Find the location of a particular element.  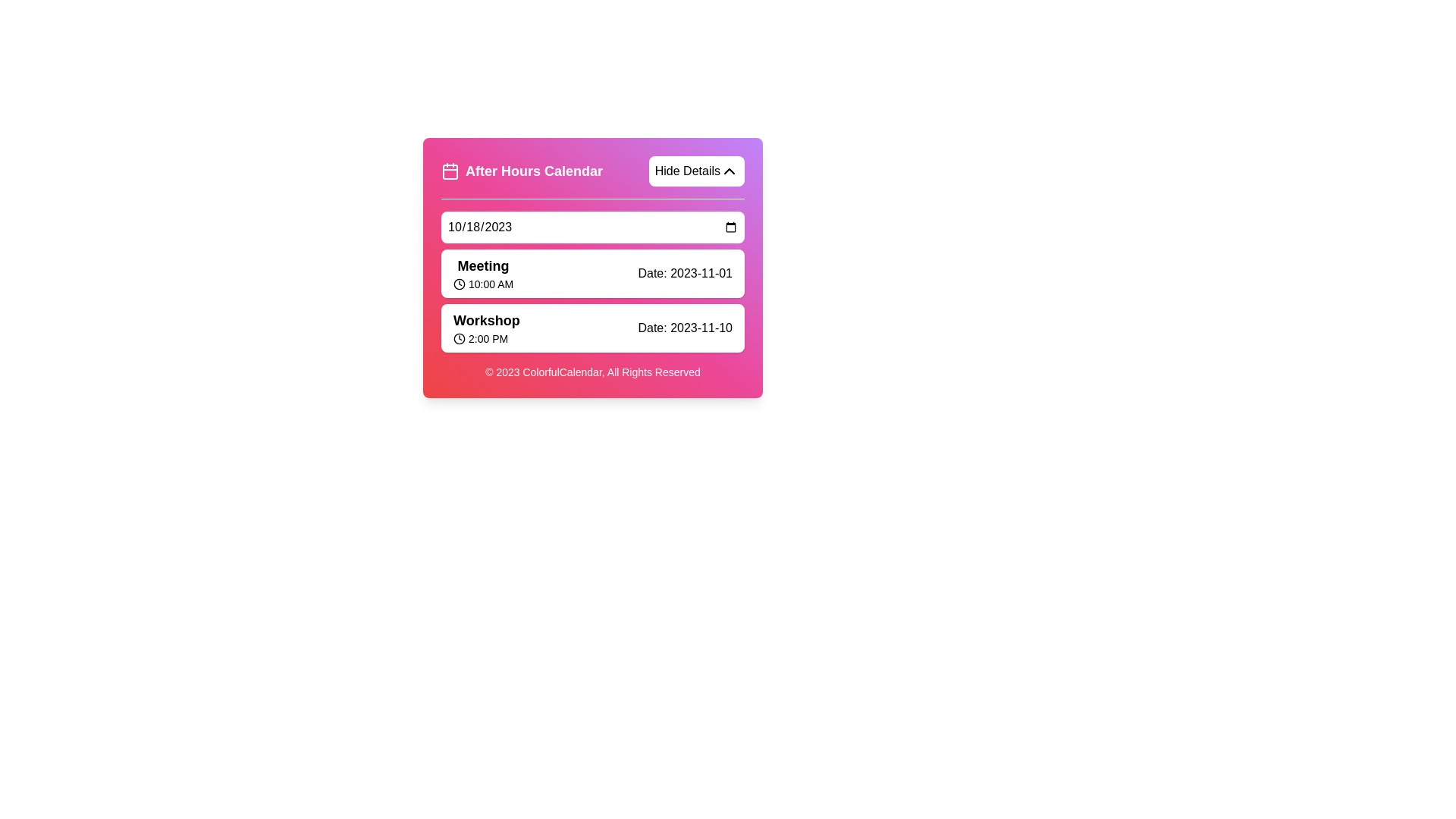

the bold, large-sized text labeled 'After Hours Calendar' which is styled in a gradient font of pink and purple tones, positioned at the top left of the calendar widget is located at coordinates (534, 171).